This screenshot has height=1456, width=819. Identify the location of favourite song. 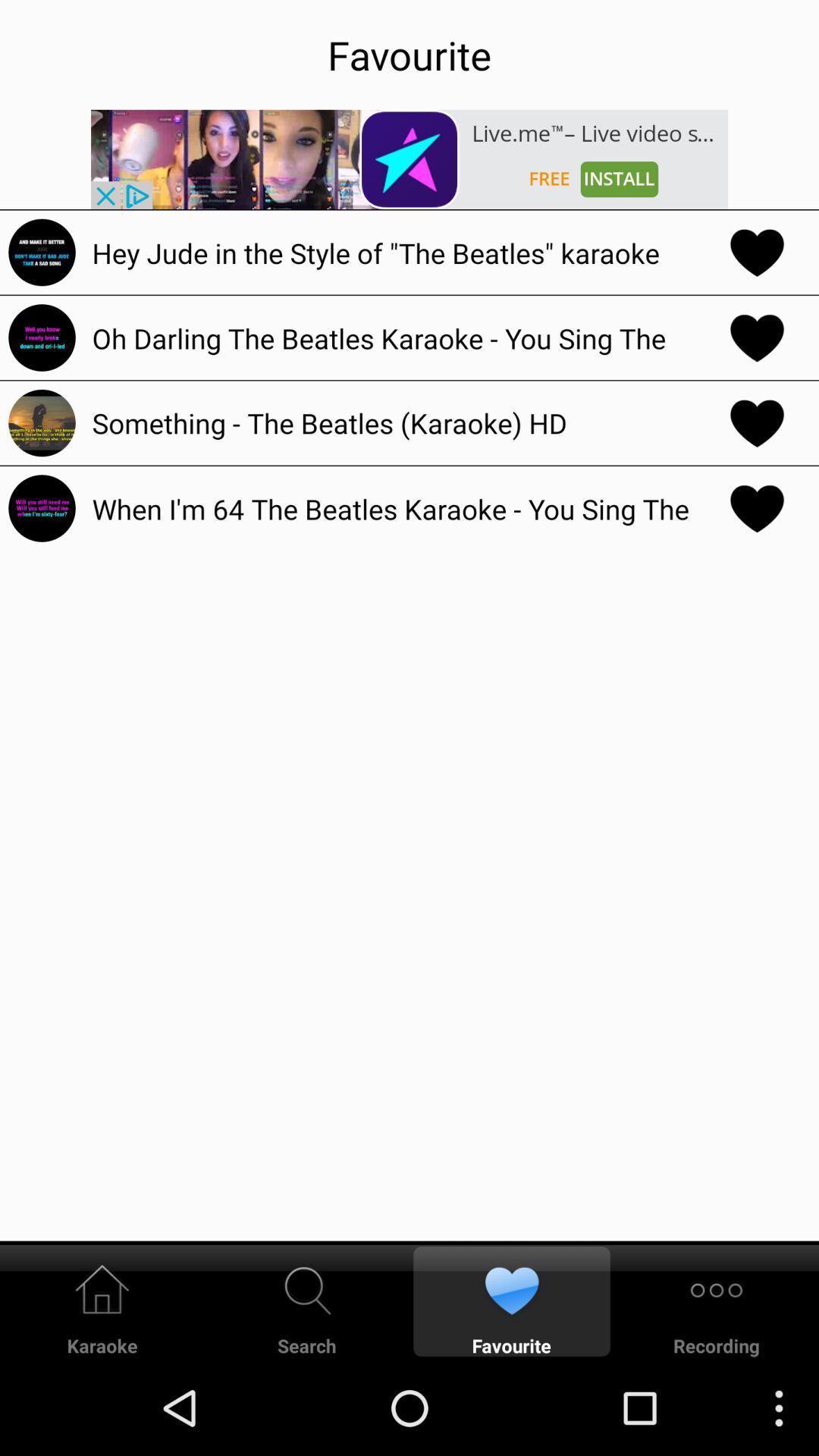
(757, 252).